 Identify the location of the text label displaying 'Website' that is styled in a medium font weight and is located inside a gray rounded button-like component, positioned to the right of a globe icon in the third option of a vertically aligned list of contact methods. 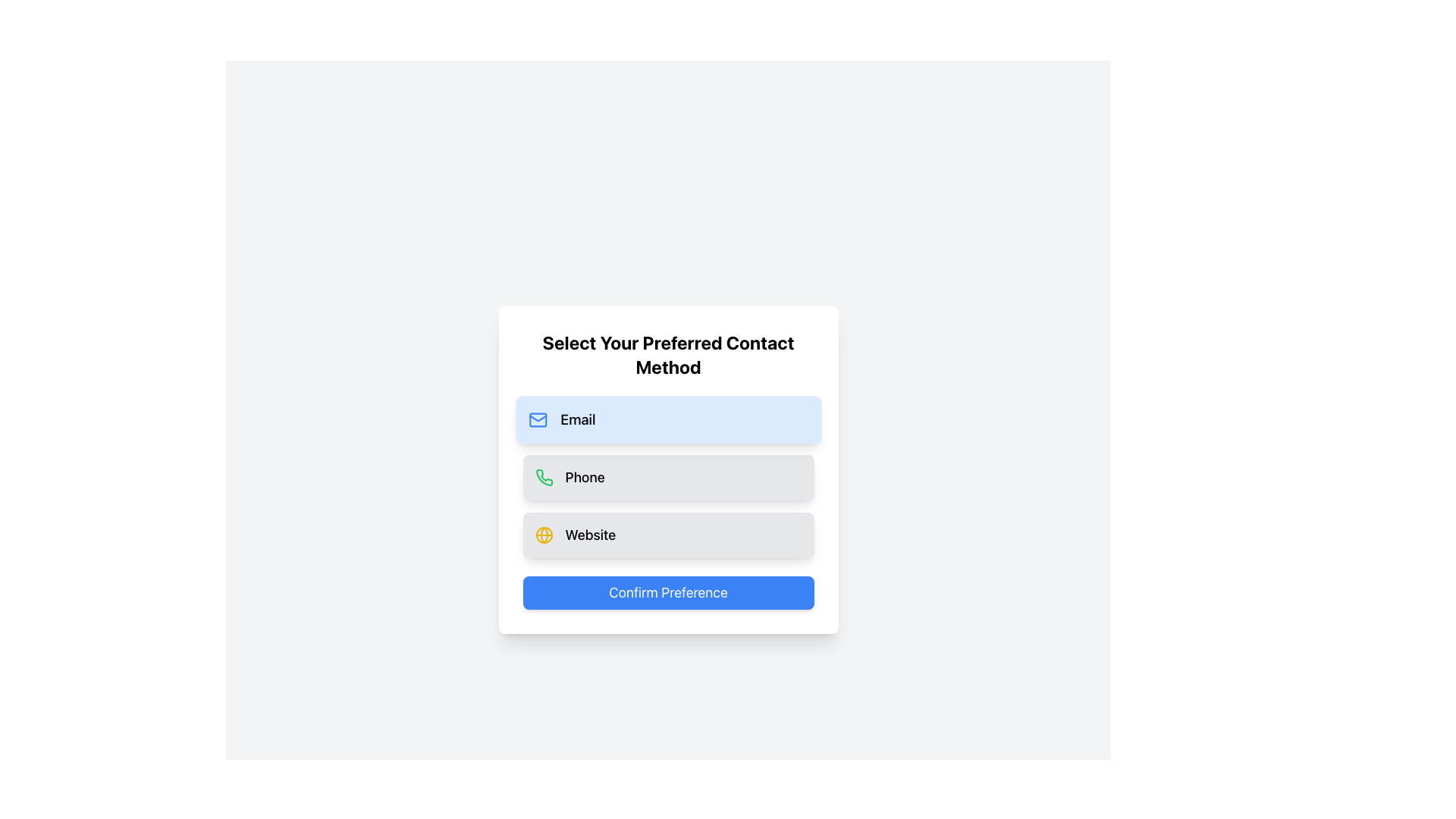
(589, 534).